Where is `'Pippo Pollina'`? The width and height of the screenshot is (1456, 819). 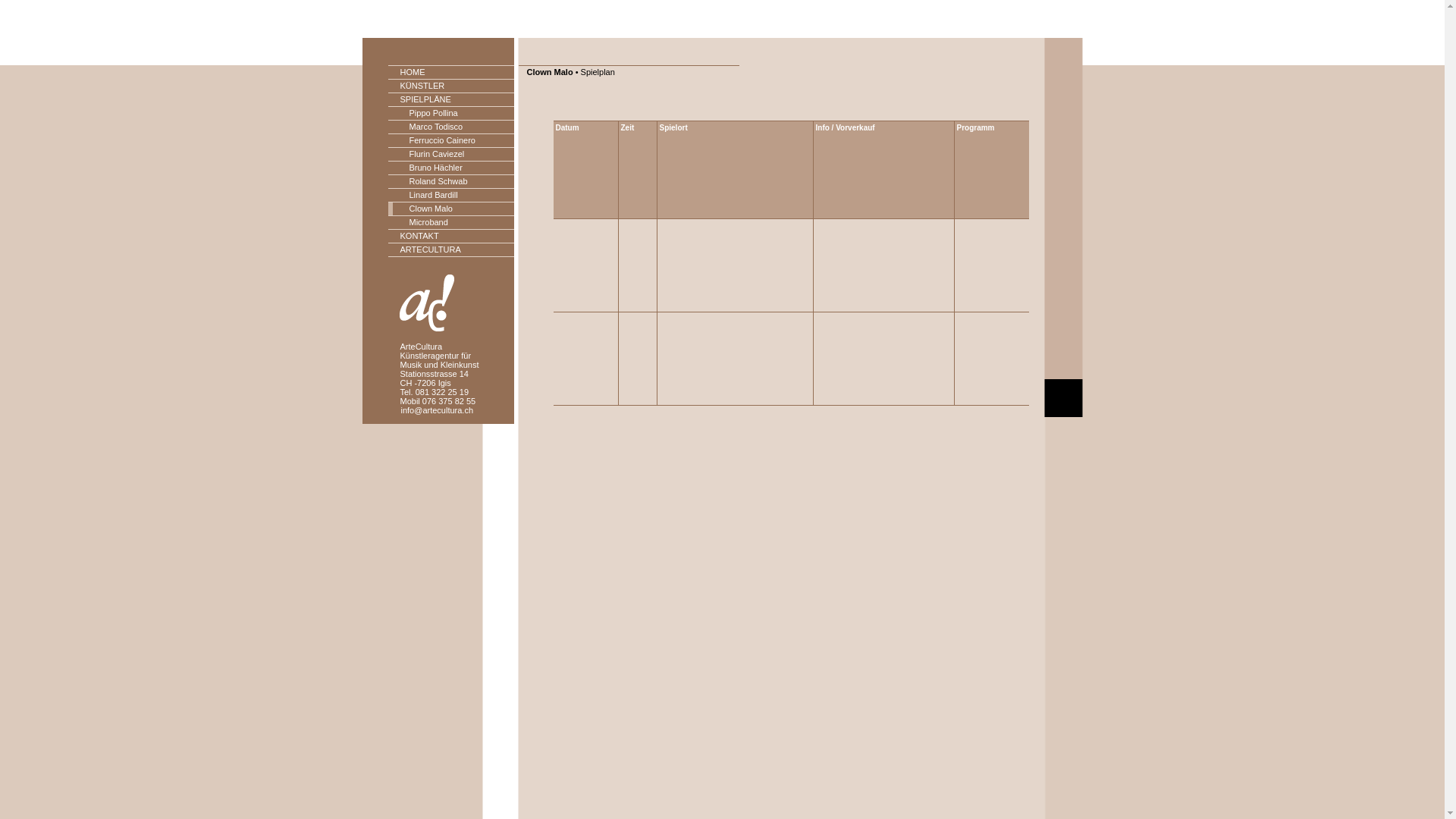 'Pippo Pollina' is located at coordinates (450, 113).